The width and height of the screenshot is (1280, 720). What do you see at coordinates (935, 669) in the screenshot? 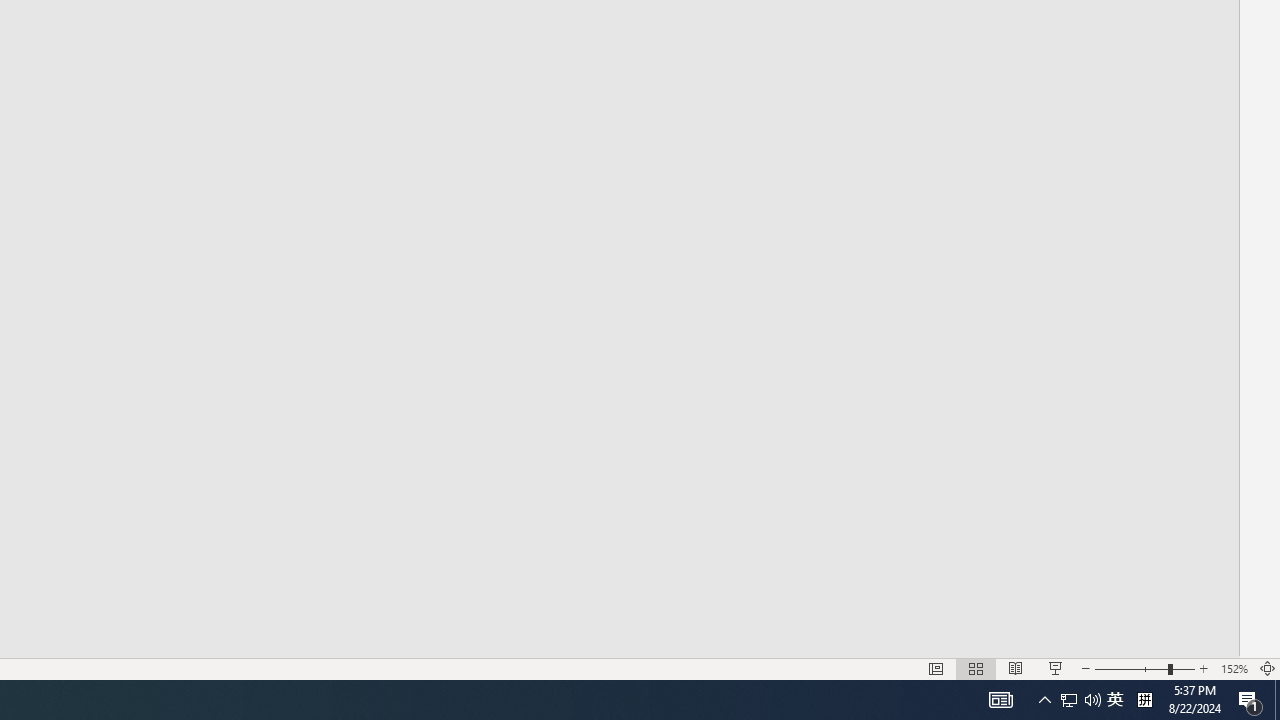
I see `'Normal'` at bounding box center [935, 669].